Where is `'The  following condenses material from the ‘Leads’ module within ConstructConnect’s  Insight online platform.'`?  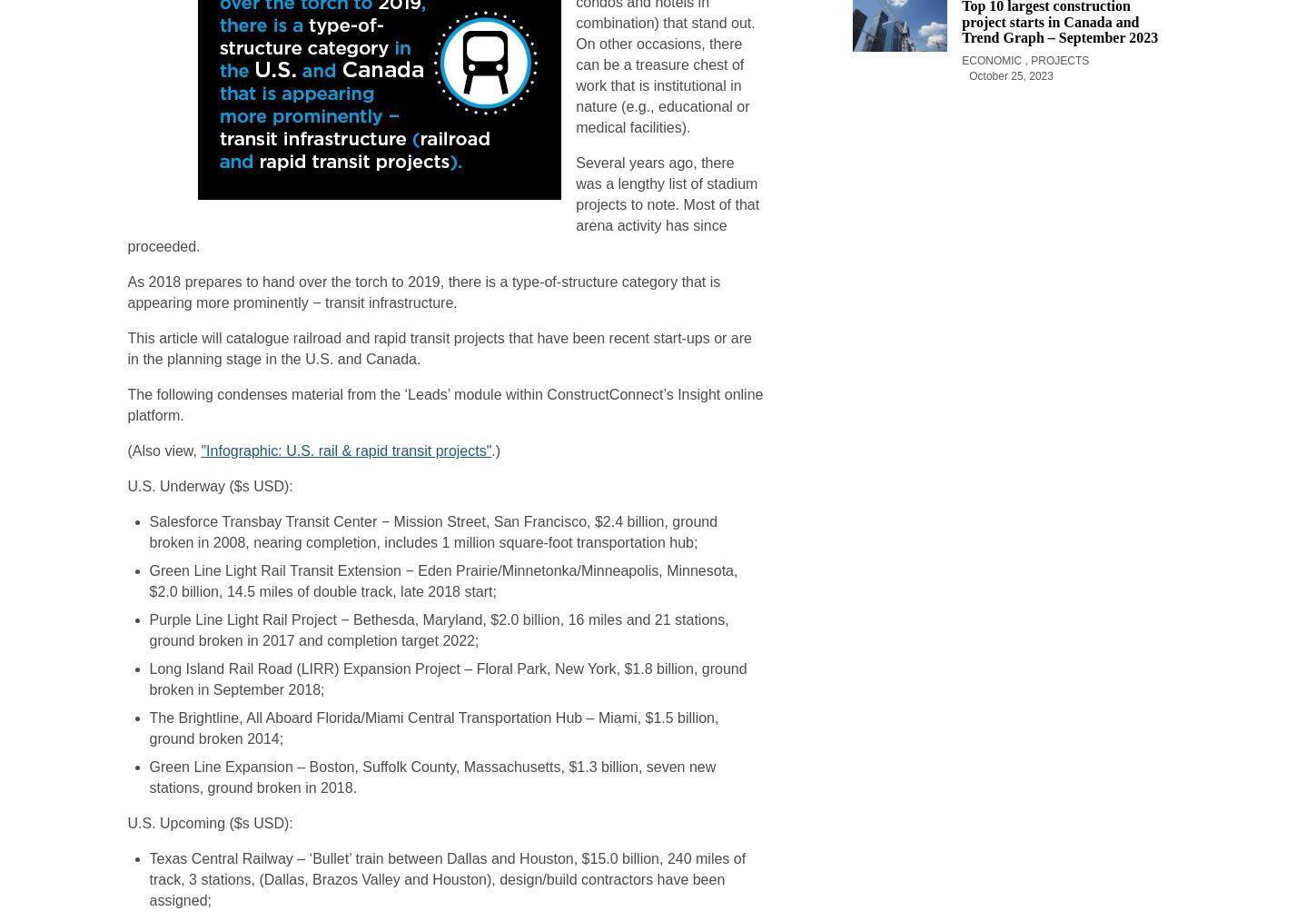 'The  following condenses material from the ‘Leads’ module within ConstructConnect’s  Insight online platform.' is located at coordinates (445, 404).